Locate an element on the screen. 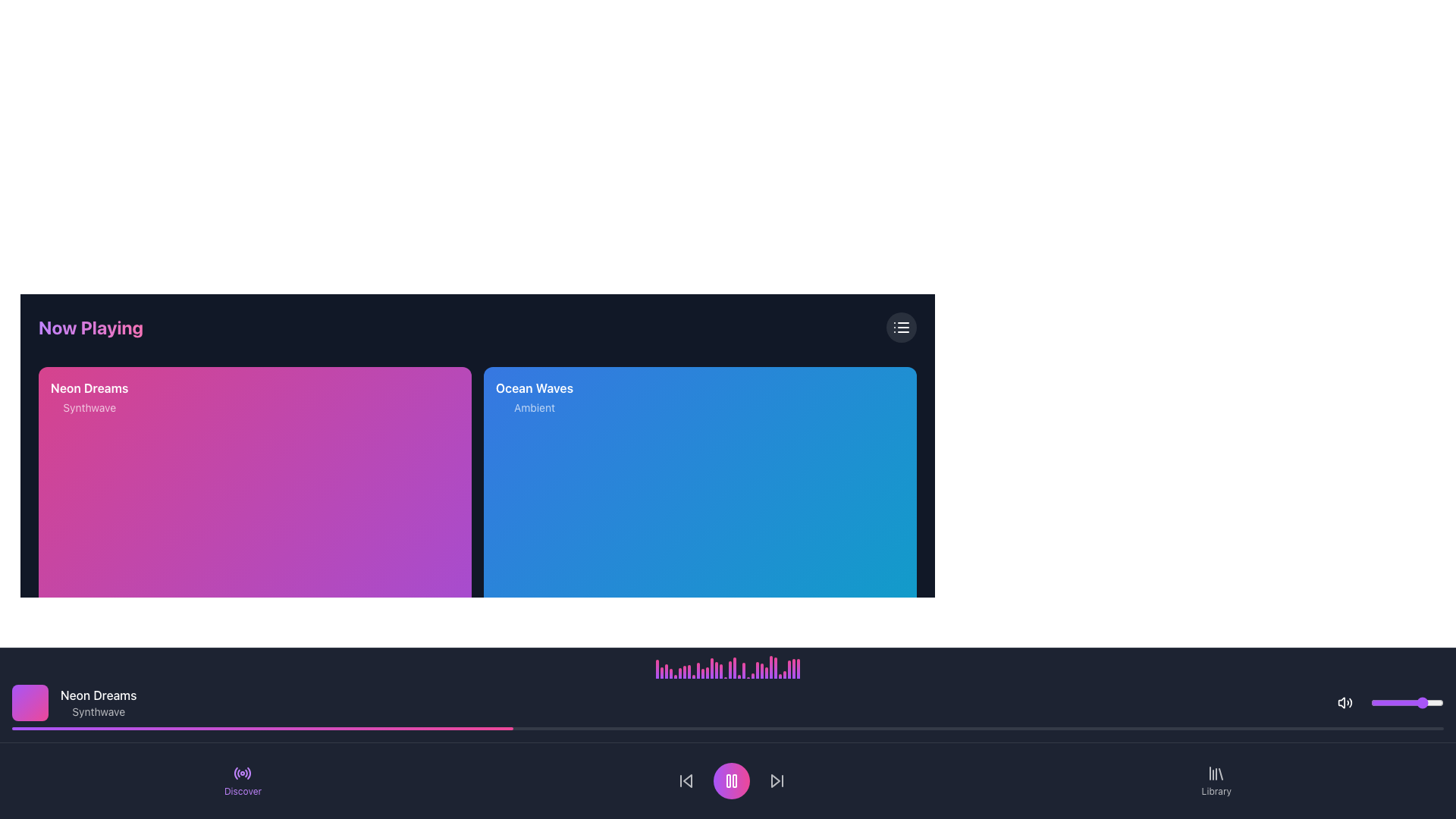 The height and width of the screenshot is (819, 1456). the forward navigation button with a triangular arrow pointing to the right to skip to the next track is located at coordinates (777, 780).